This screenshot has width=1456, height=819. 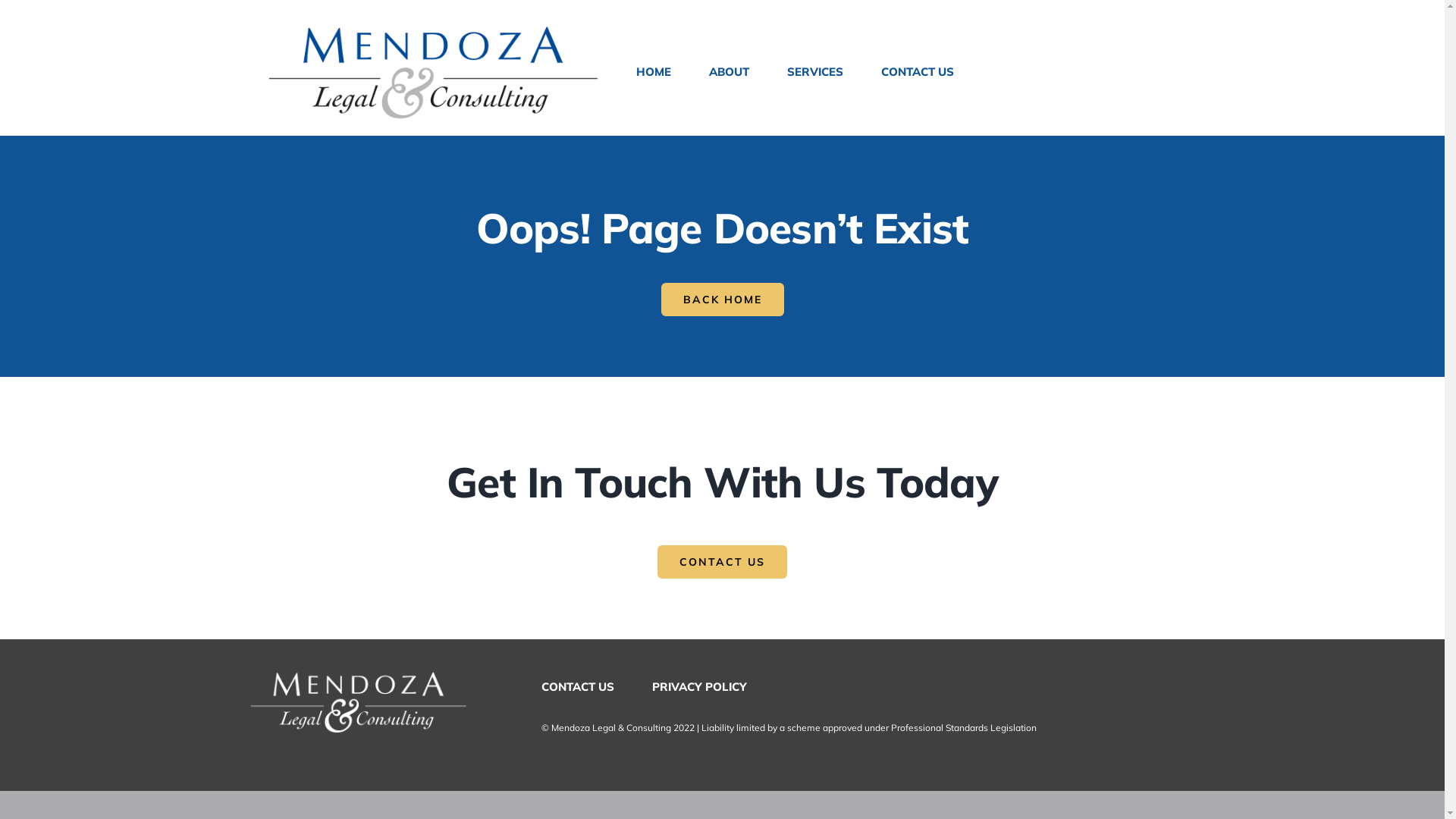 What do you see at coordinates (356, 701) in the screenshot?
I see `'Logo-SML-White_v2'` at bounding box center [356, 701].